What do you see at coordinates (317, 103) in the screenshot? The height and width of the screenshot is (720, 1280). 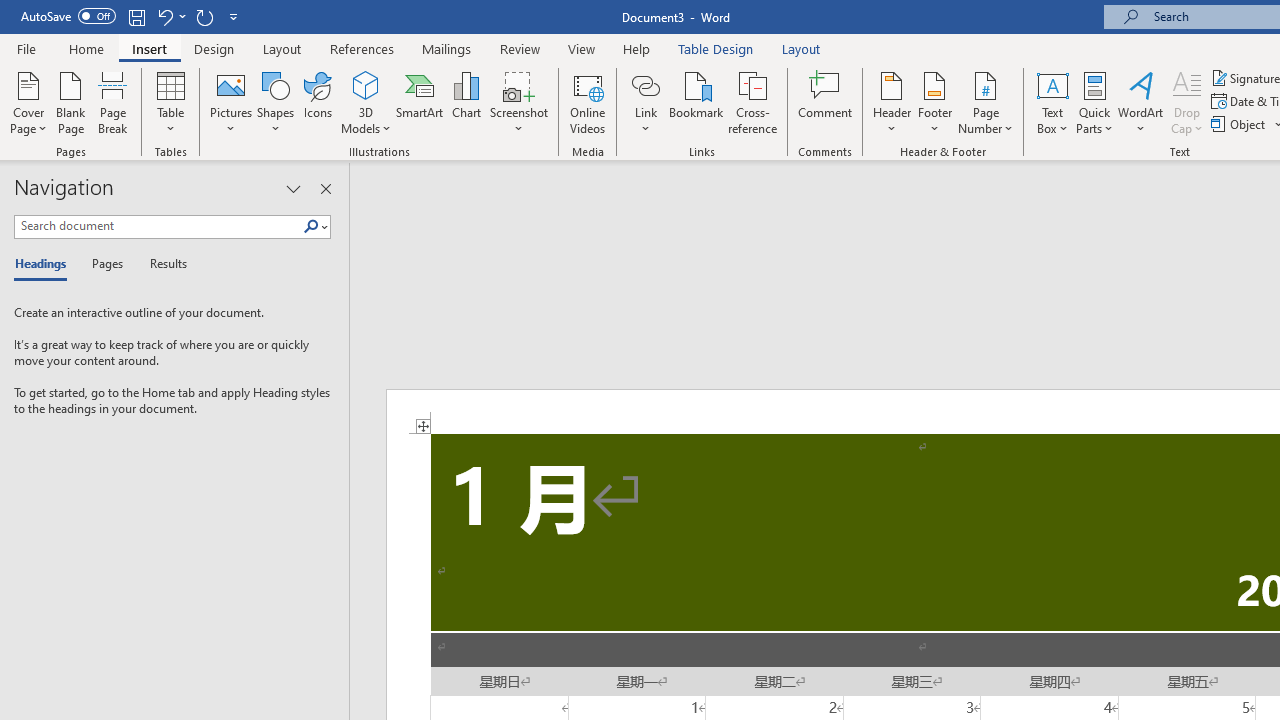 I see `'Icons'` at bounding box center [317, 103].